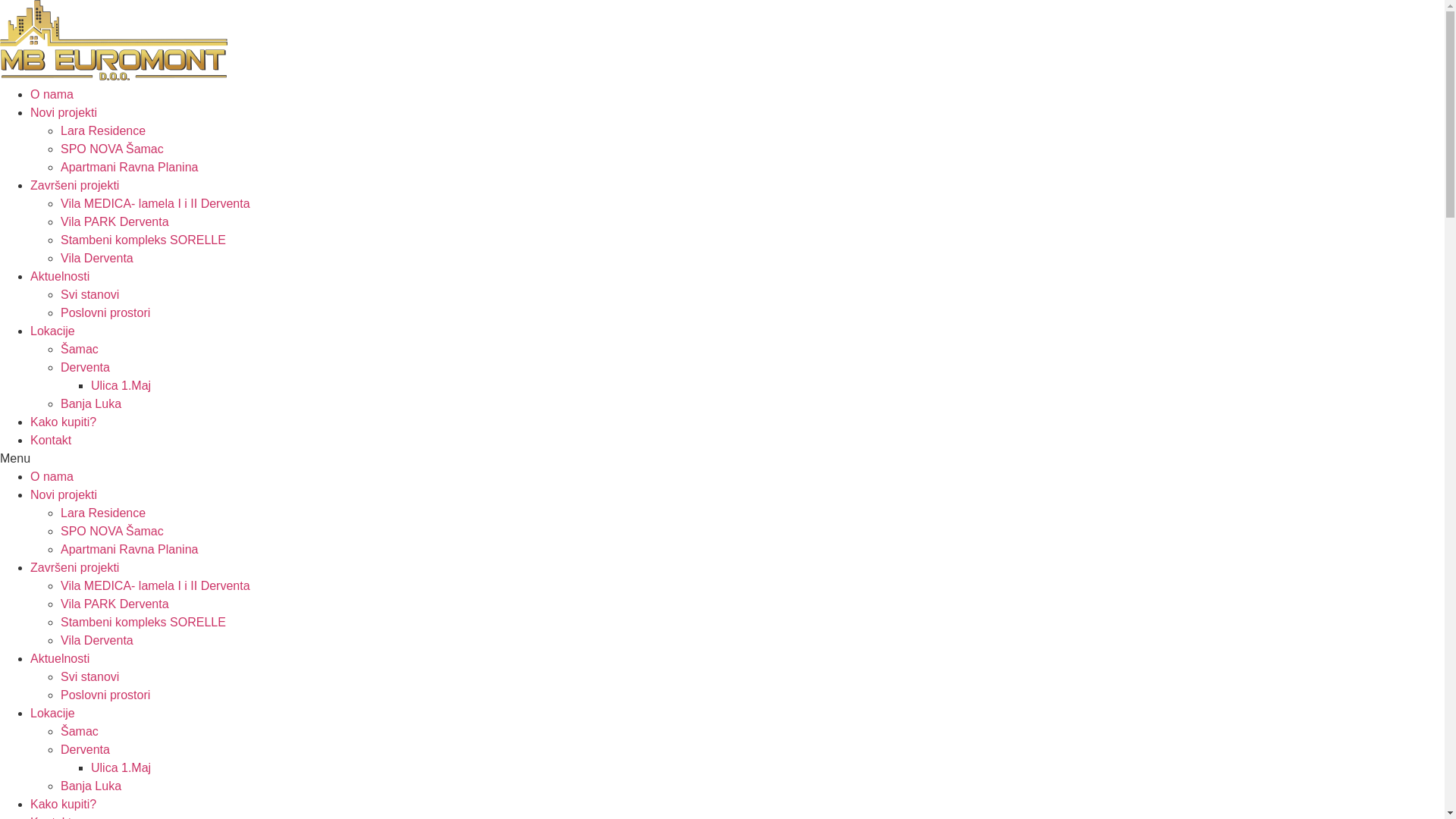 The height and width of the screenshot is (819, 1456). What do you see at coordinates (143, 239) in the screenshot?
I see `'Stambeni kompleks SORELLE'` at bounding box center [143, 239].